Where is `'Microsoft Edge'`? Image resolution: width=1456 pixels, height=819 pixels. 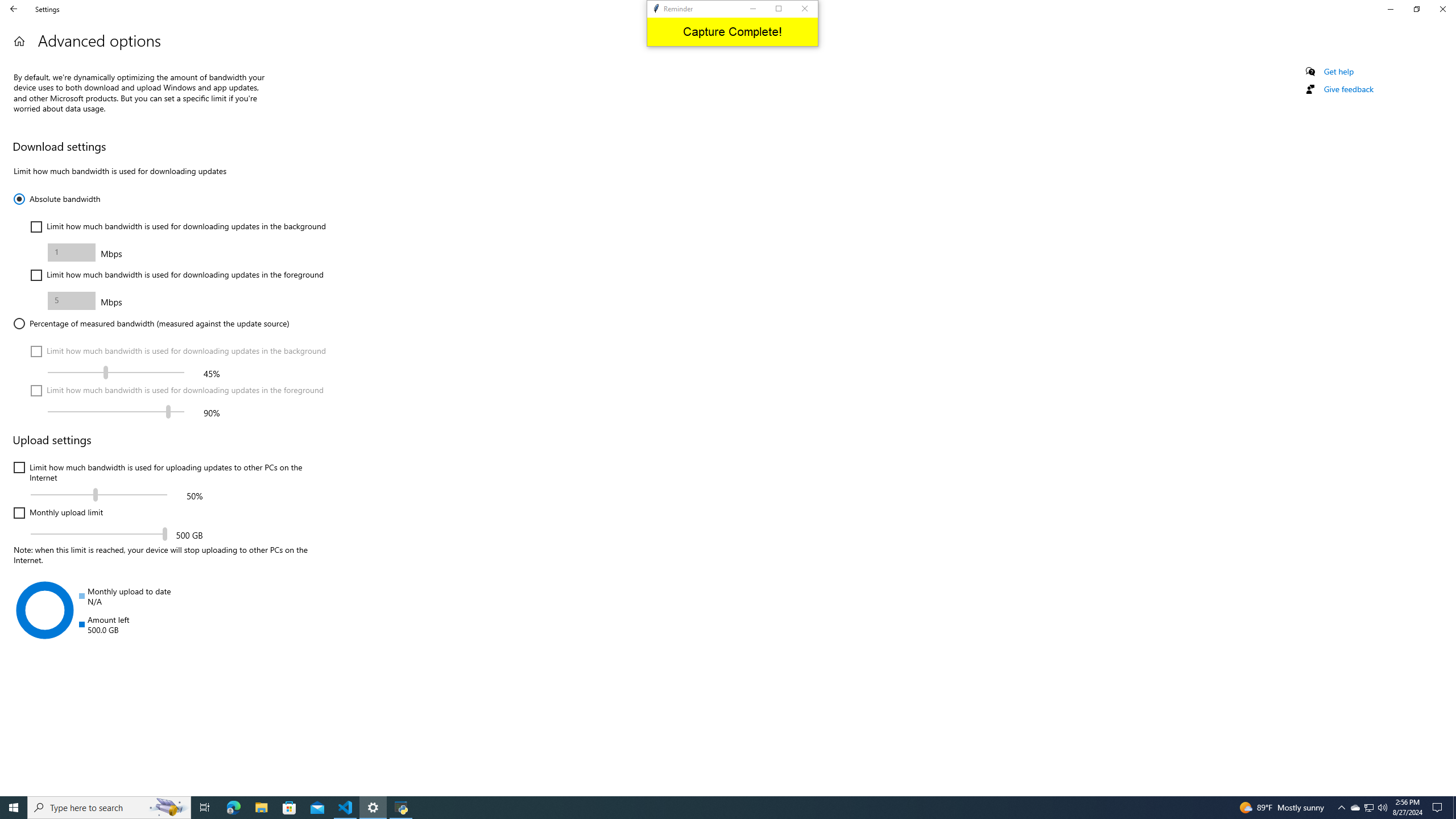 'Microsoft Edge' is located at coordinates (260, 806).